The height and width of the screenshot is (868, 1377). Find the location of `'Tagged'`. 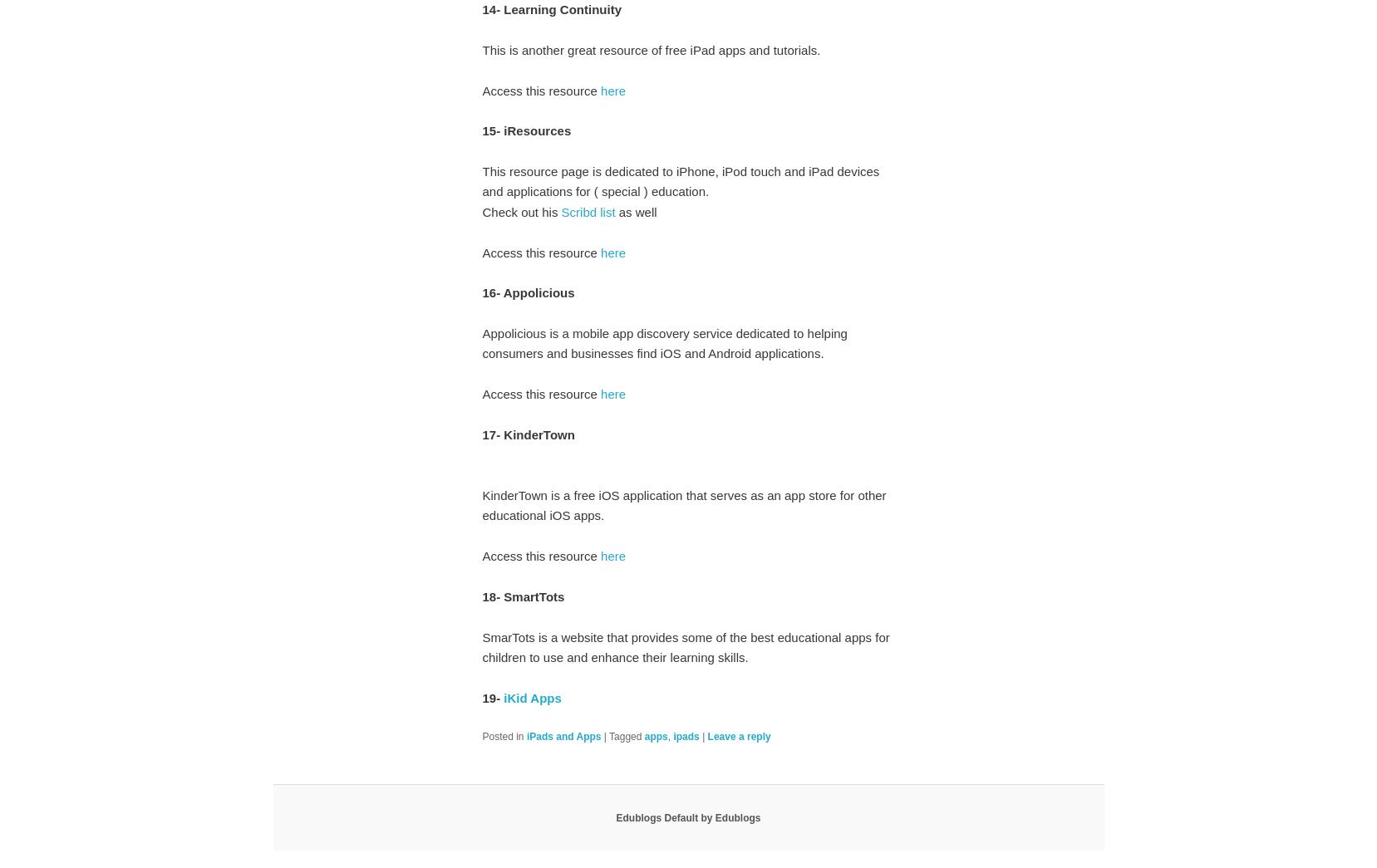

'Tagged' is located at coordinates (608, 735).